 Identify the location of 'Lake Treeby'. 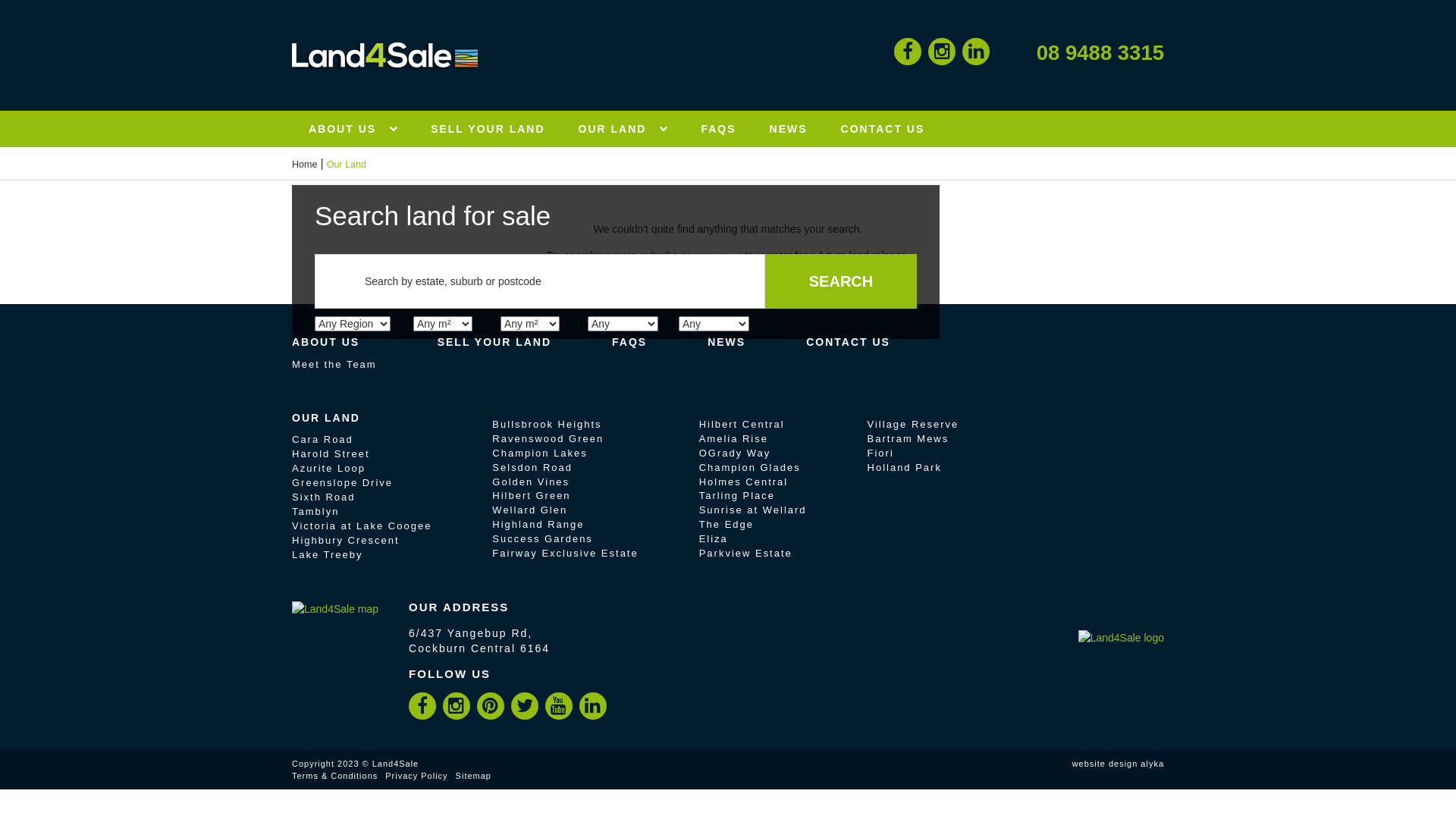
(326, 554).